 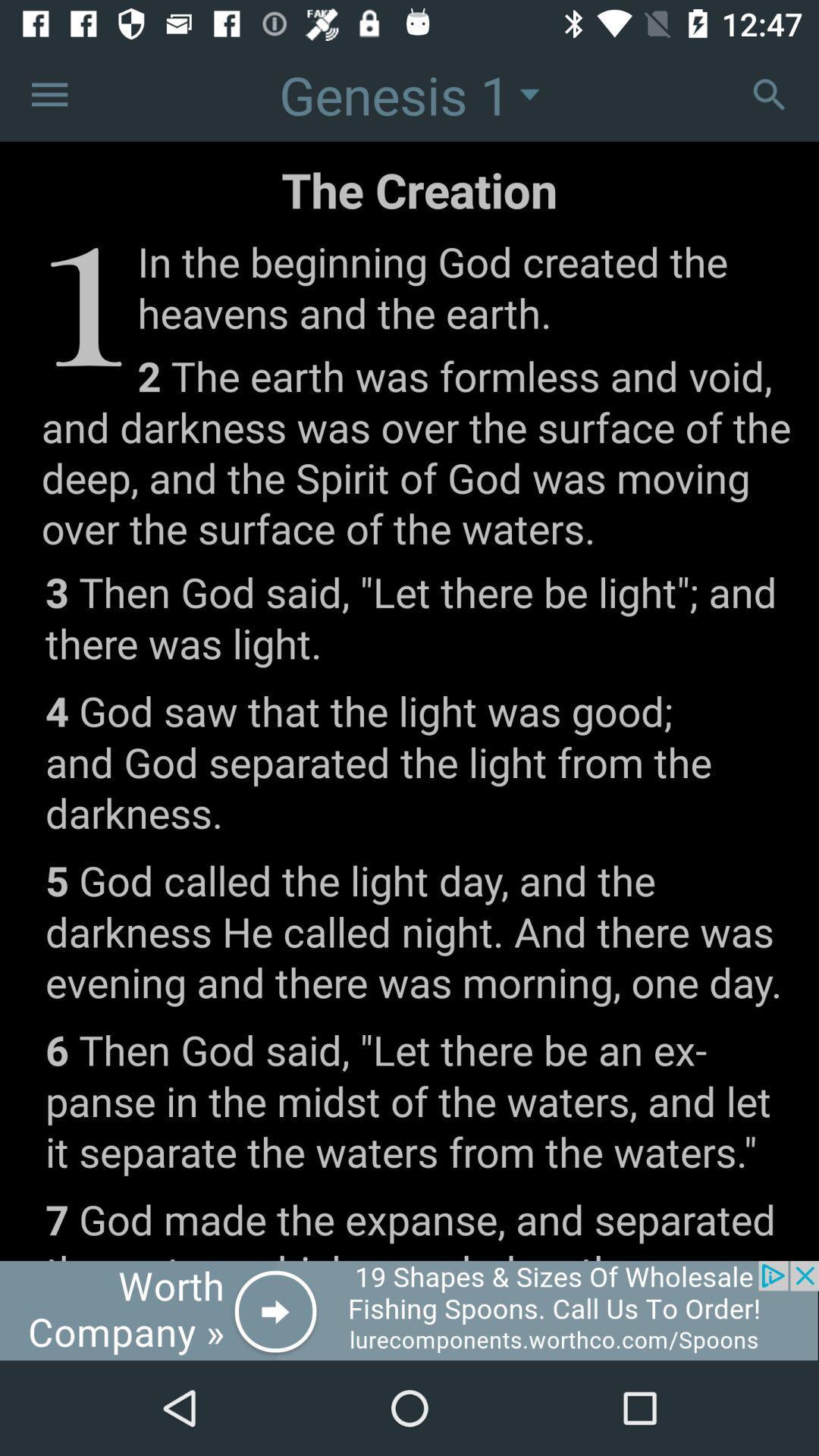 I want to click on zoom in, so click(x=769, y=93).